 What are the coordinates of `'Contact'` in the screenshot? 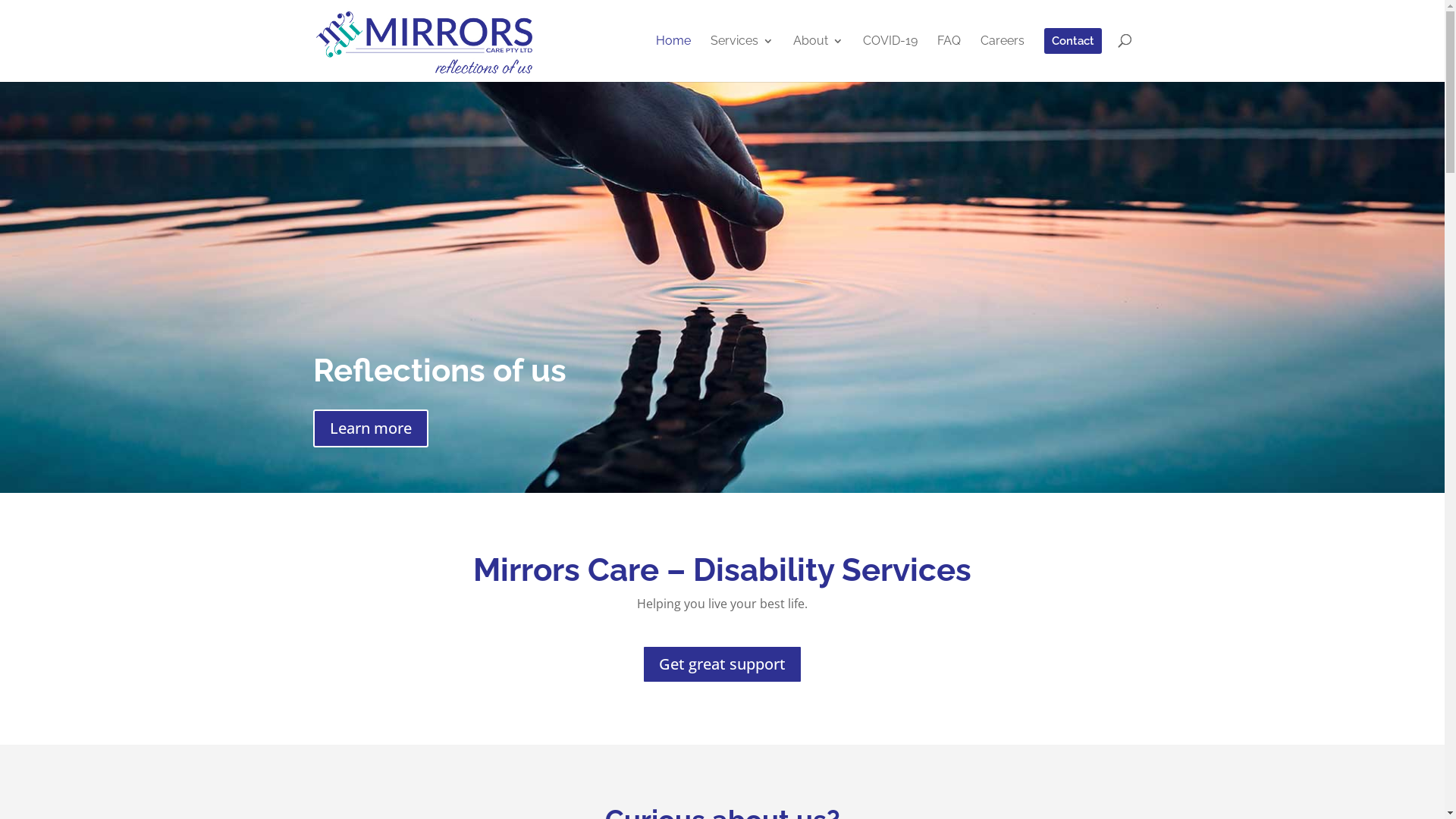 It's located at (1072, 54).